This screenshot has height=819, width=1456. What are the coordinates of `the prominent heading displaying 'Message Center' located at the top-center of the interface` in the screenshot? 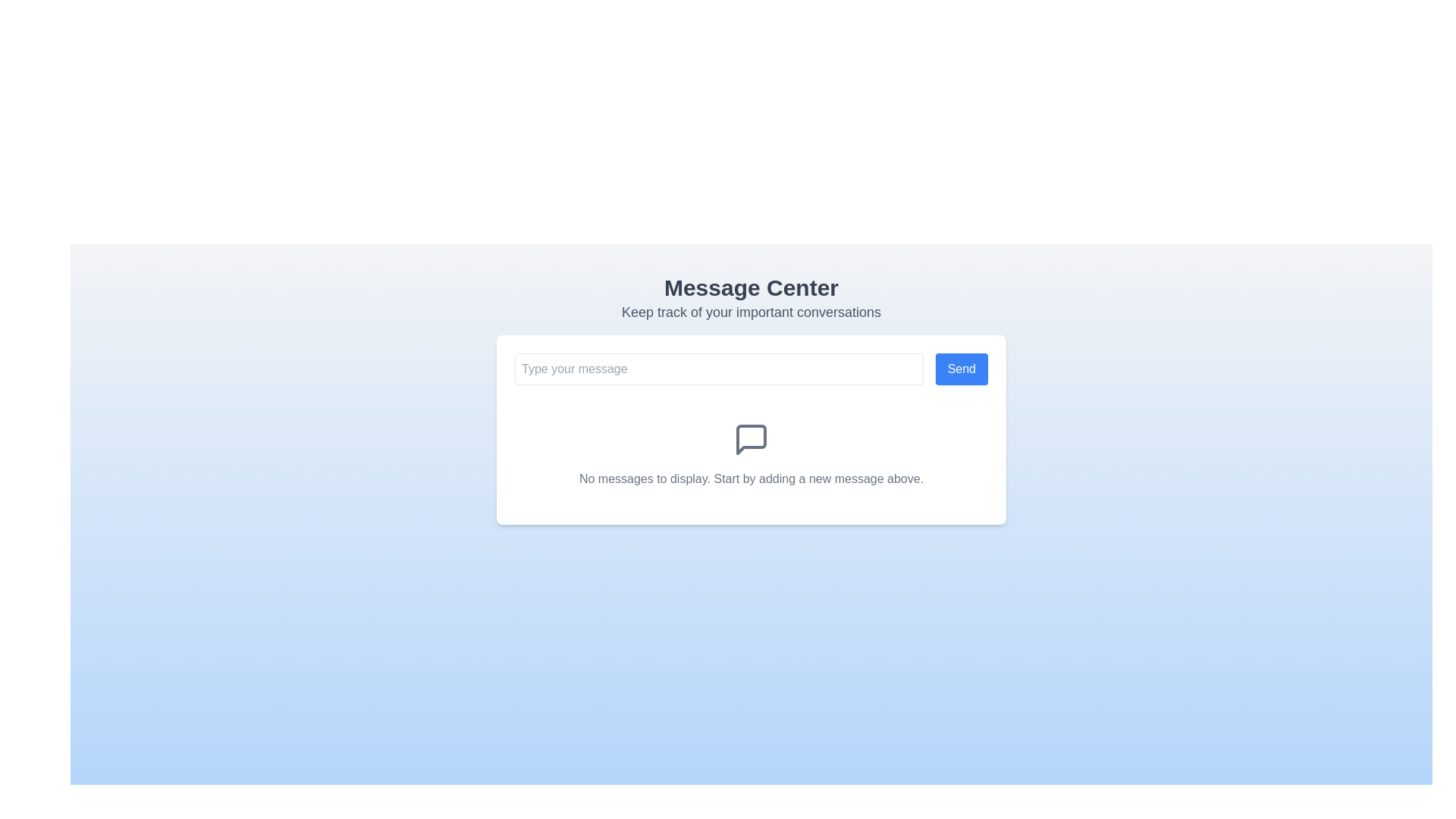 It's located at (751, 288).